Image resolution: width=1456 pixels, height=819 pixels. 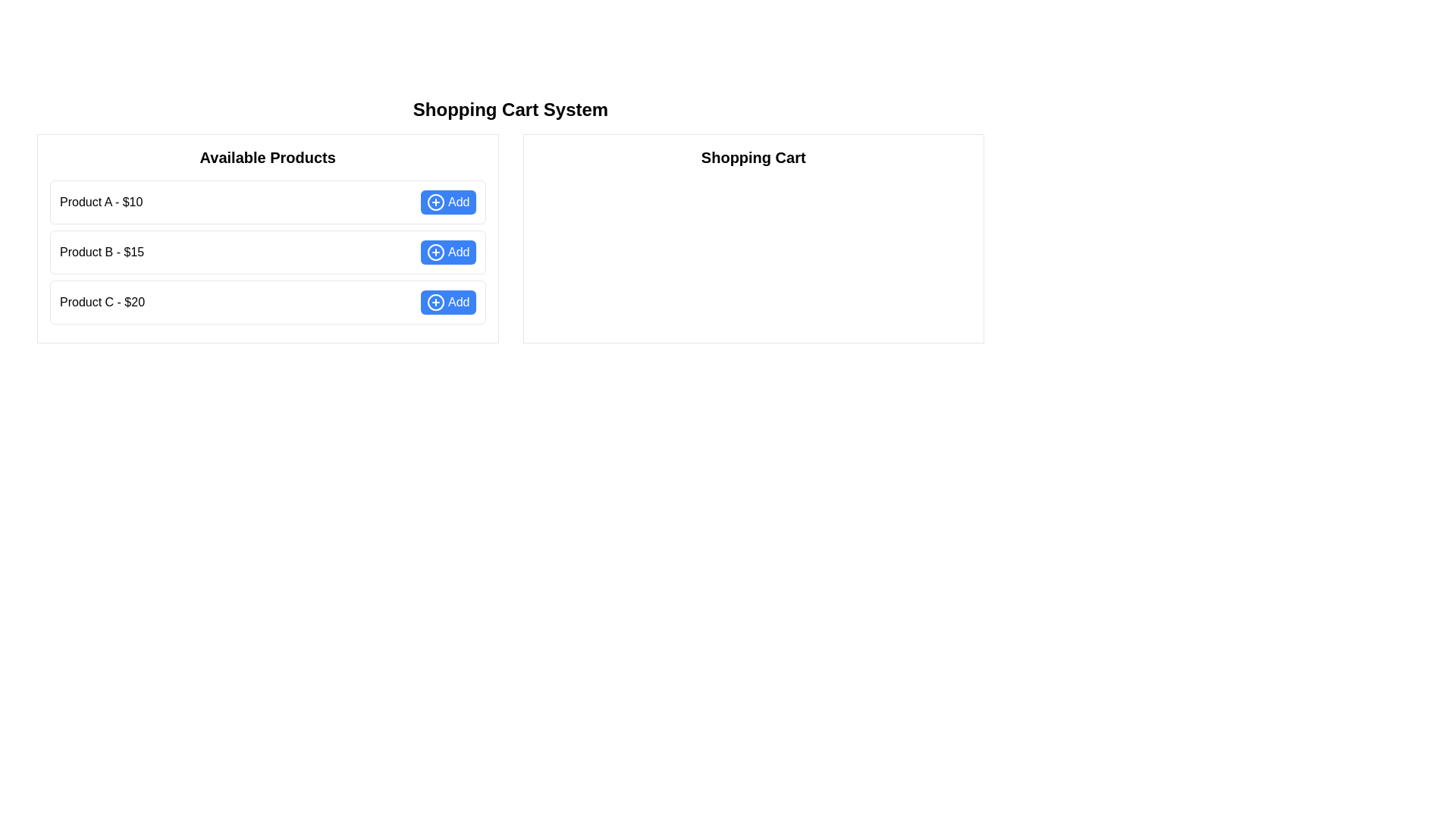 What do you see at coordinates (435, 302) in the screenshot?
I see `the circular icon embedded within the button adjacent to the text label 'Add' in the third row of the product list under 'Available Products'` at bounding box center [435, 302].